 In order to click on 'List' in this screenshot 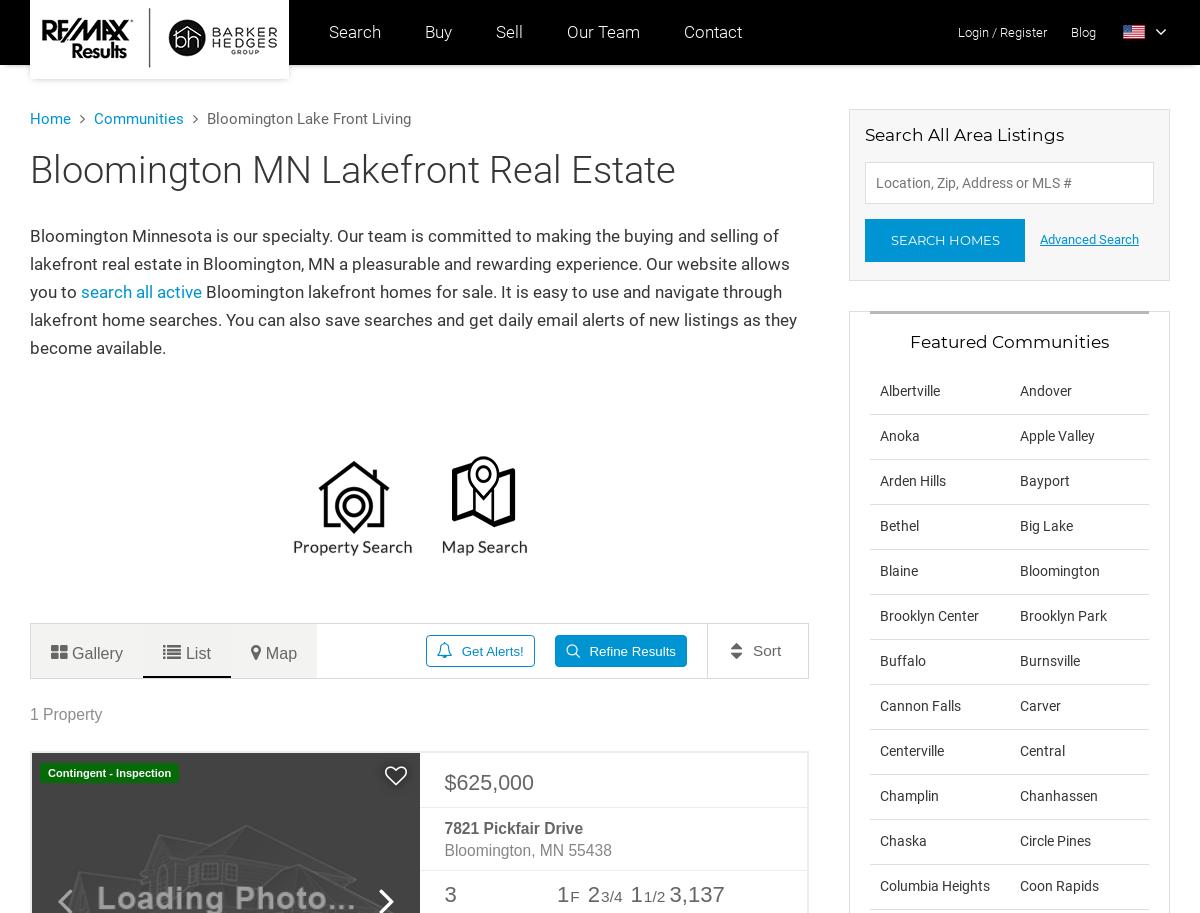, I will do `click(196, 650)`.